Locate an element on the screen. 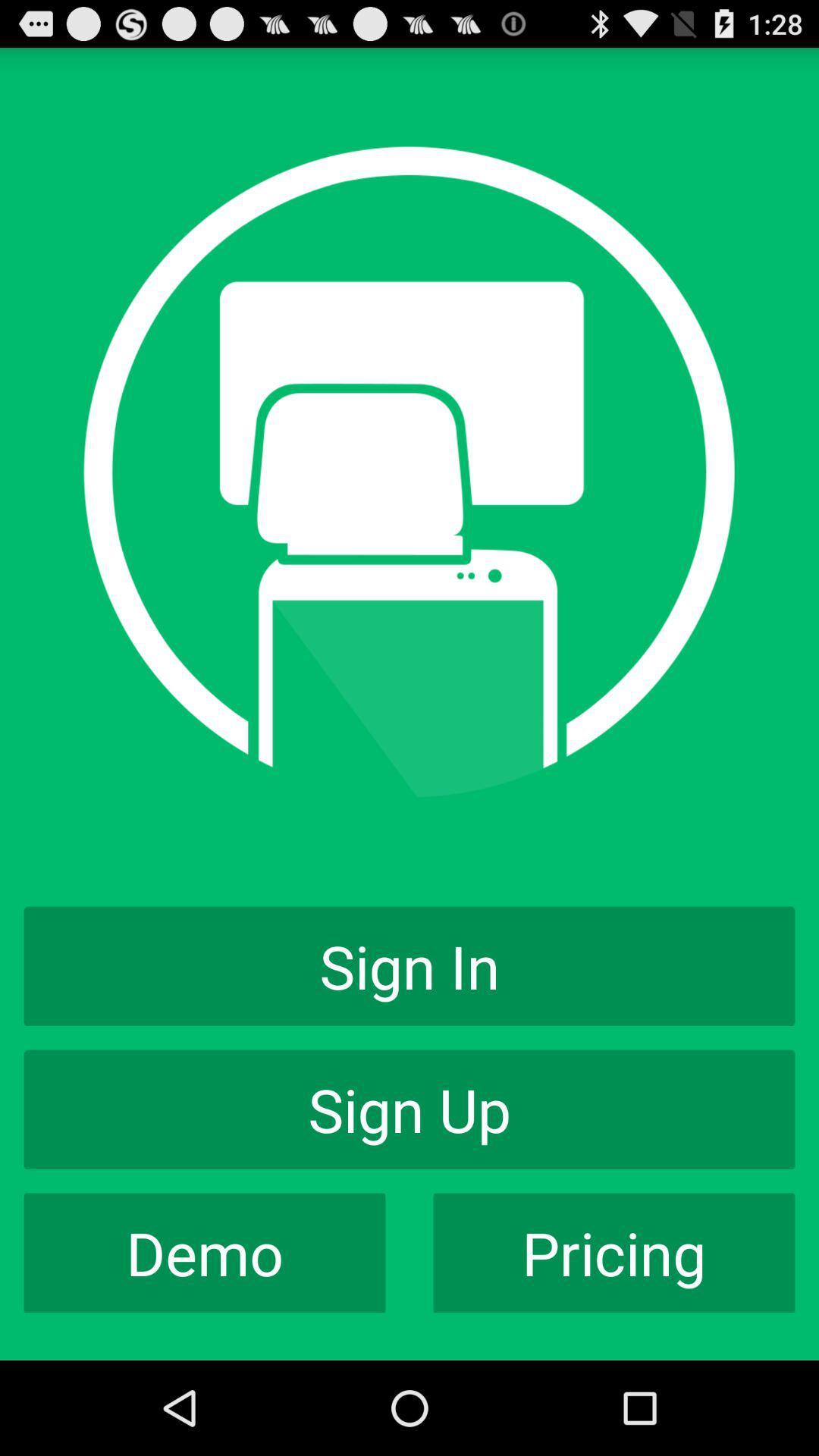  the item next to demo is located at coordinates (614, 1253).